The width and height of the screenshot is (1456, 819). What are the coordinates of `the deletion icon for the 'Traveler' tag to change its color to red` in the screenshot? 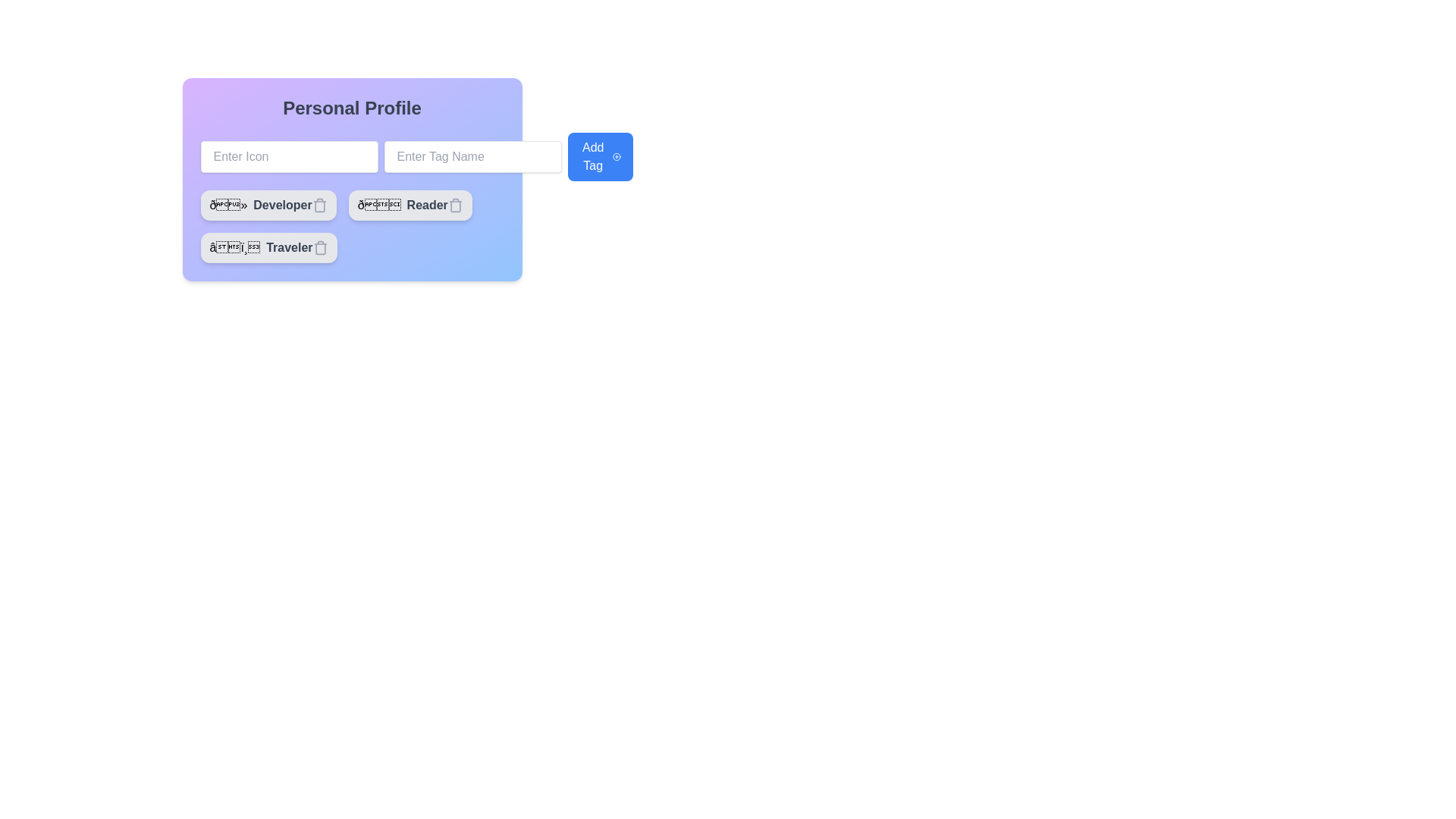 It's located at (319, 247).